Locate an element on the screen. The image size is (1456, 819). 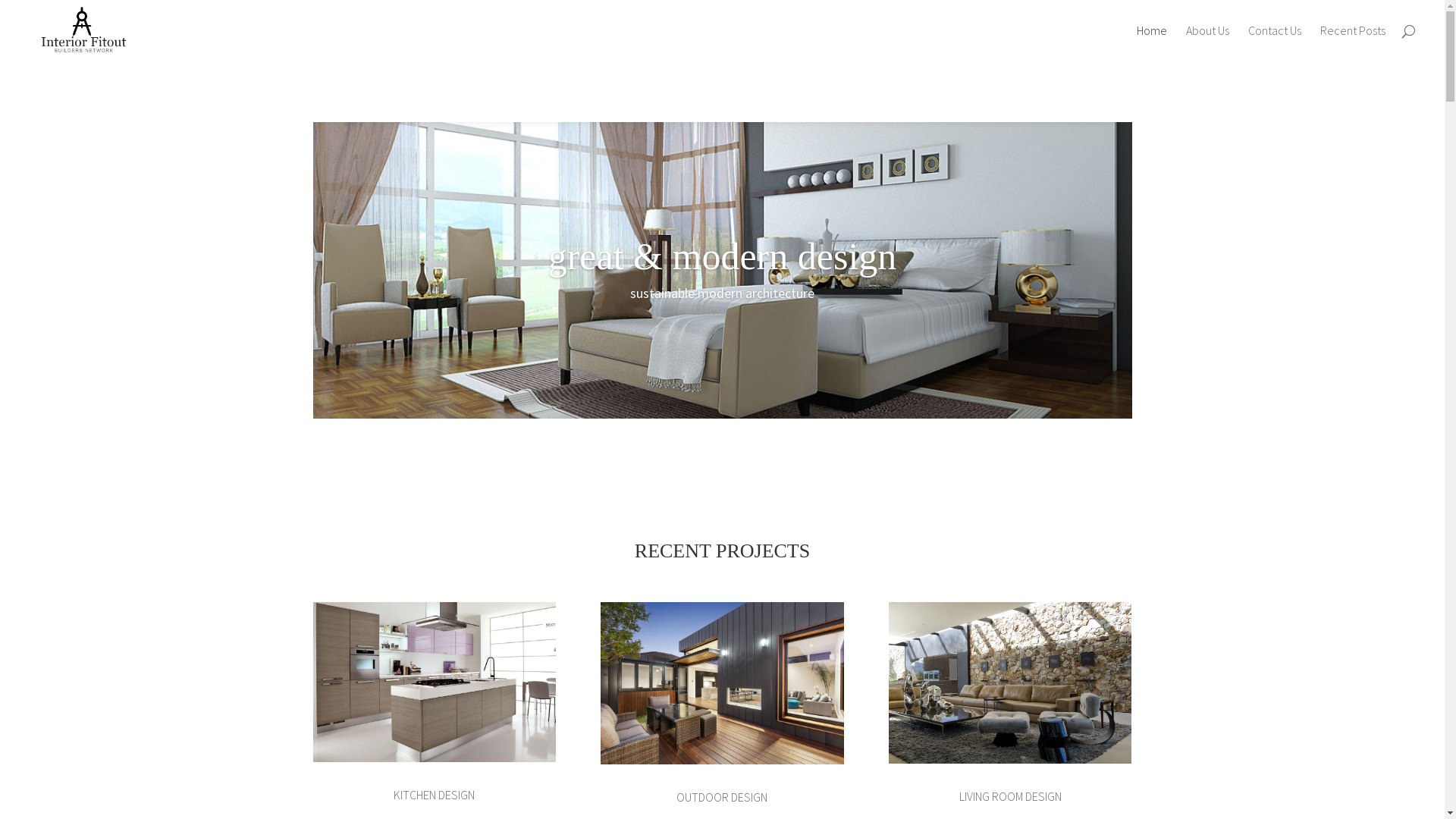
'About Us' is located at coordinates (1207, 42).